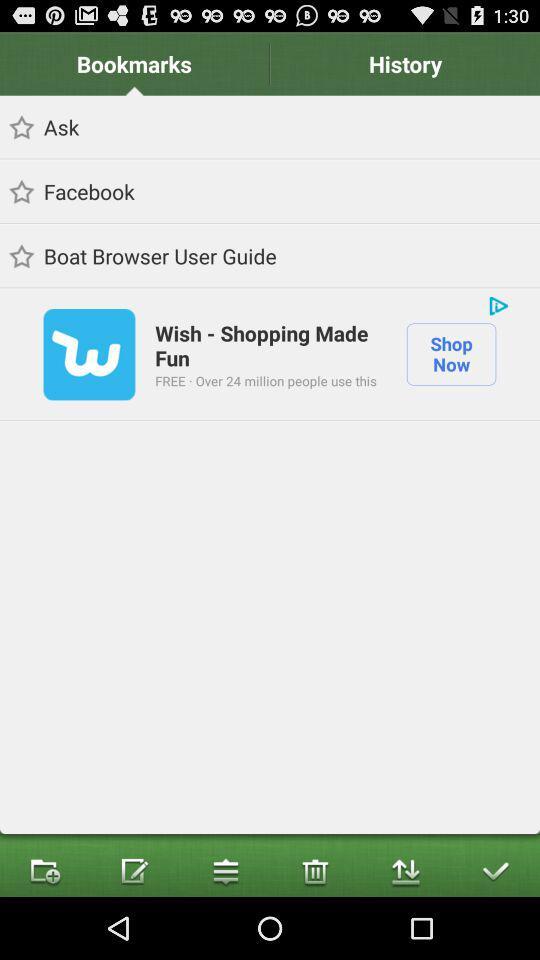  Describe the element at coordinates (314, 869) in the screenshot. I see `item below free over 24 item` at that location.